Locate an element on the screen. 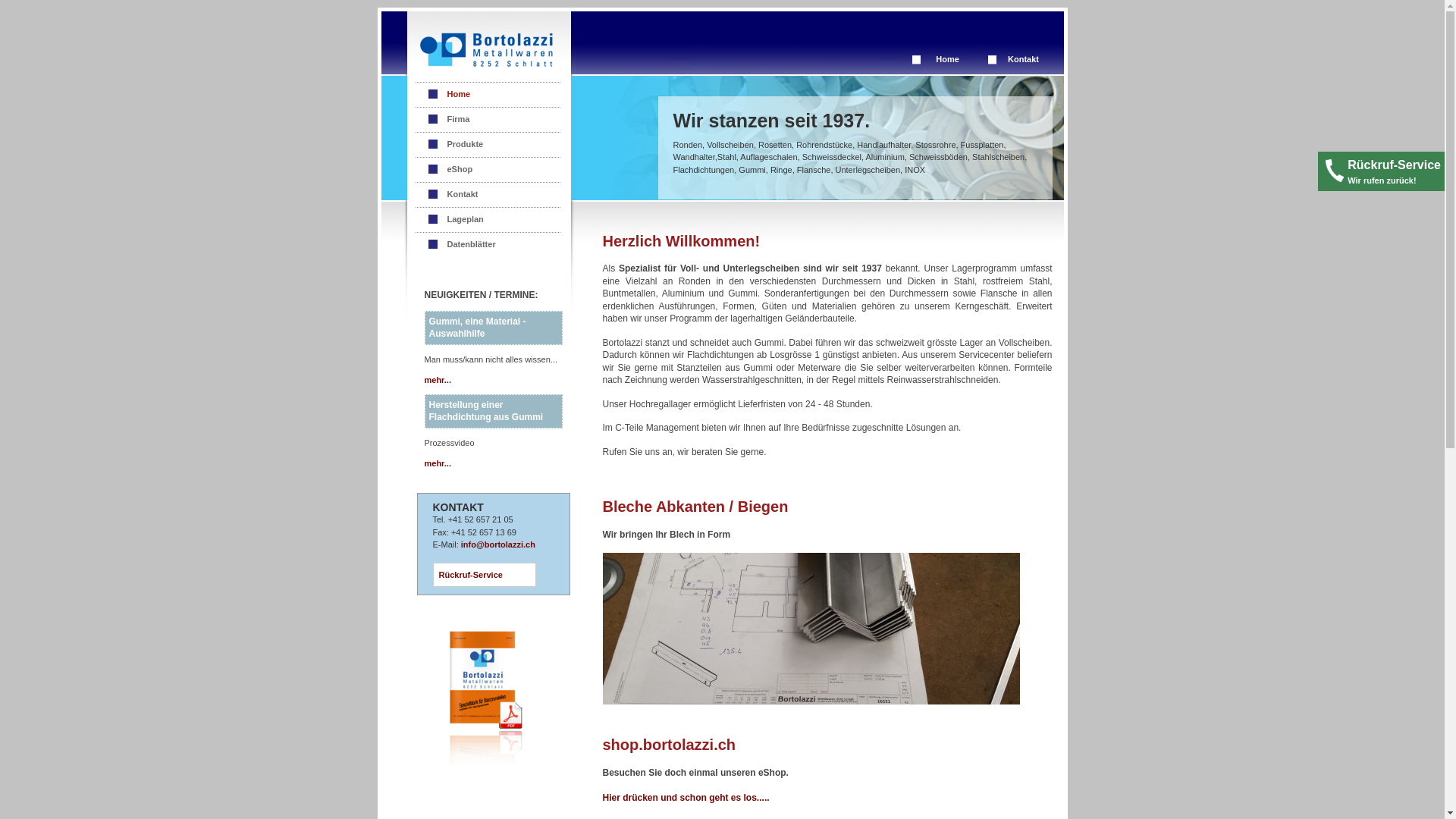 The height and width of the screenshot is (819, 1456). 'Abkanten / Biegen' is located at coordinates (810, 629).